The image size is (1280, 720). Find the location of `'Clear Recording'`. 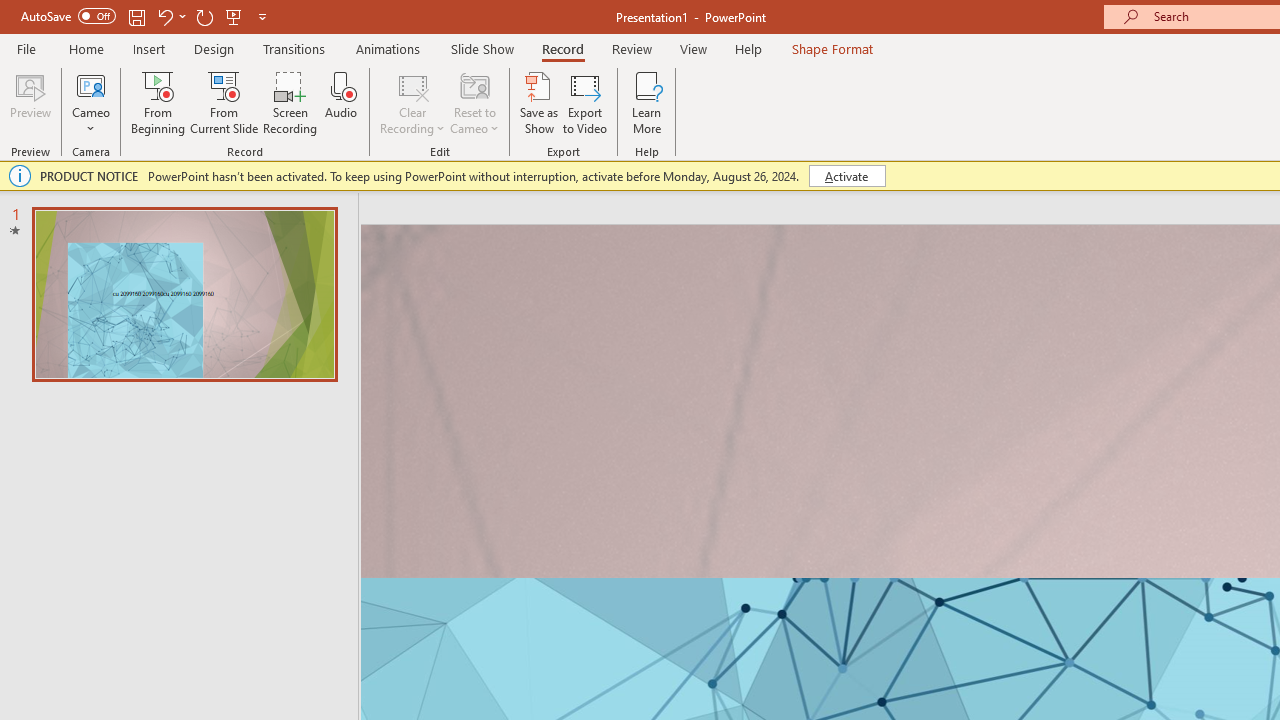

'Clear Recording' is located at coordinates (411, 103).